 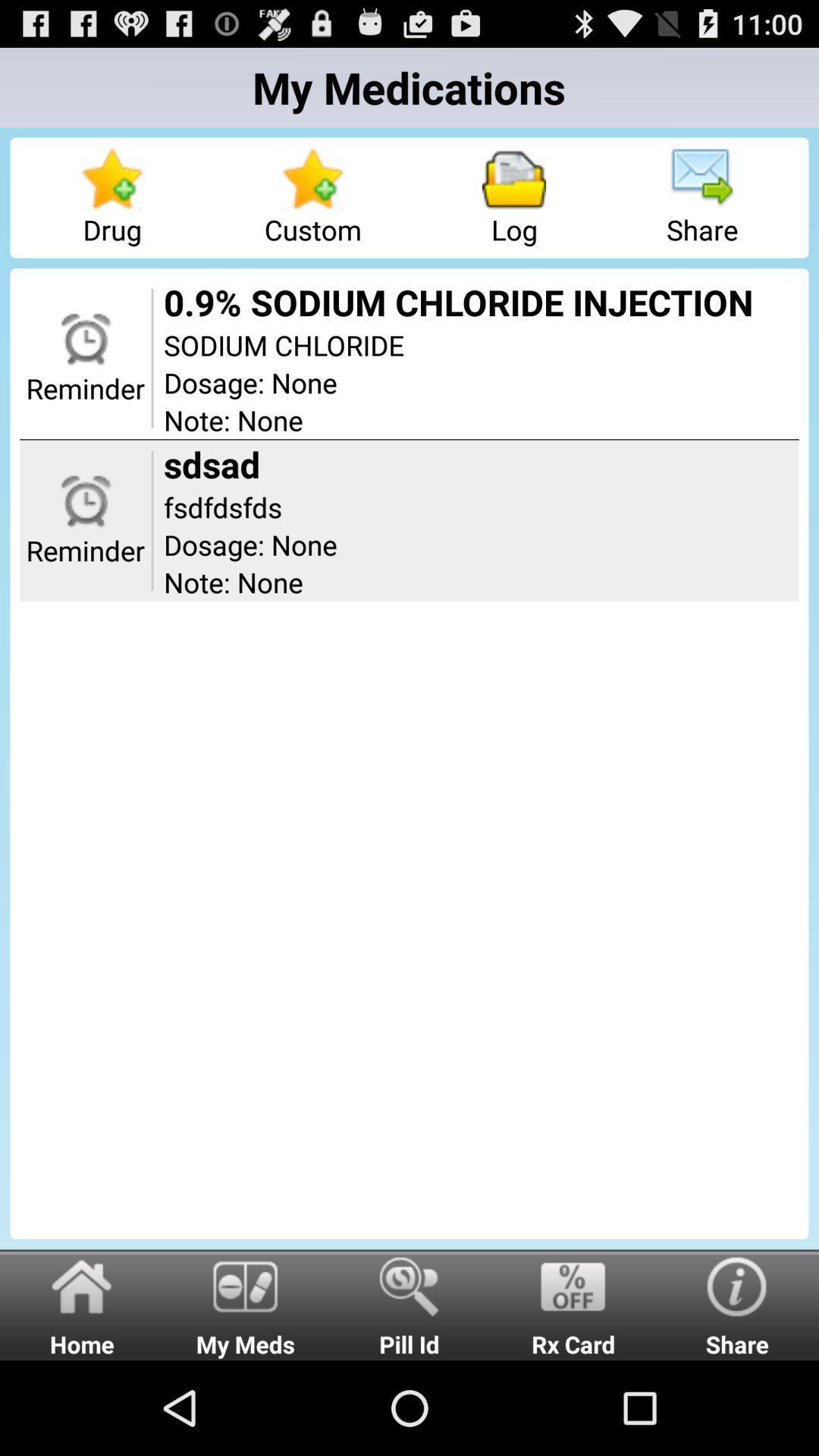 I want to click on item to the left of rx card radio button, so click(x=409, y=1304).